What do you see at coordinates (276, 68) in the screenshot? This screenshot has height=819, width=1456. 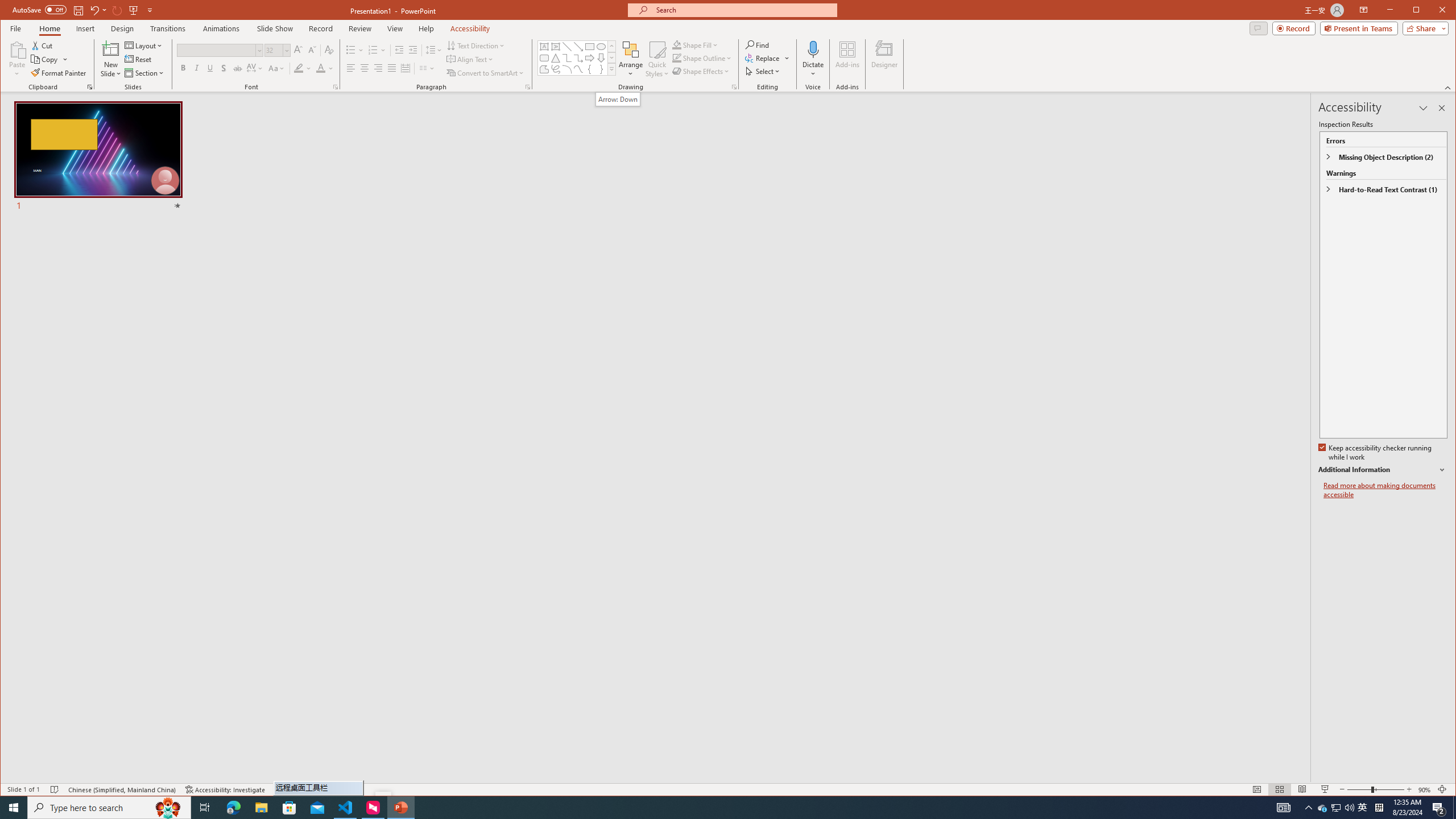 I see `'Change Case'` at bounding box center [276, 68].